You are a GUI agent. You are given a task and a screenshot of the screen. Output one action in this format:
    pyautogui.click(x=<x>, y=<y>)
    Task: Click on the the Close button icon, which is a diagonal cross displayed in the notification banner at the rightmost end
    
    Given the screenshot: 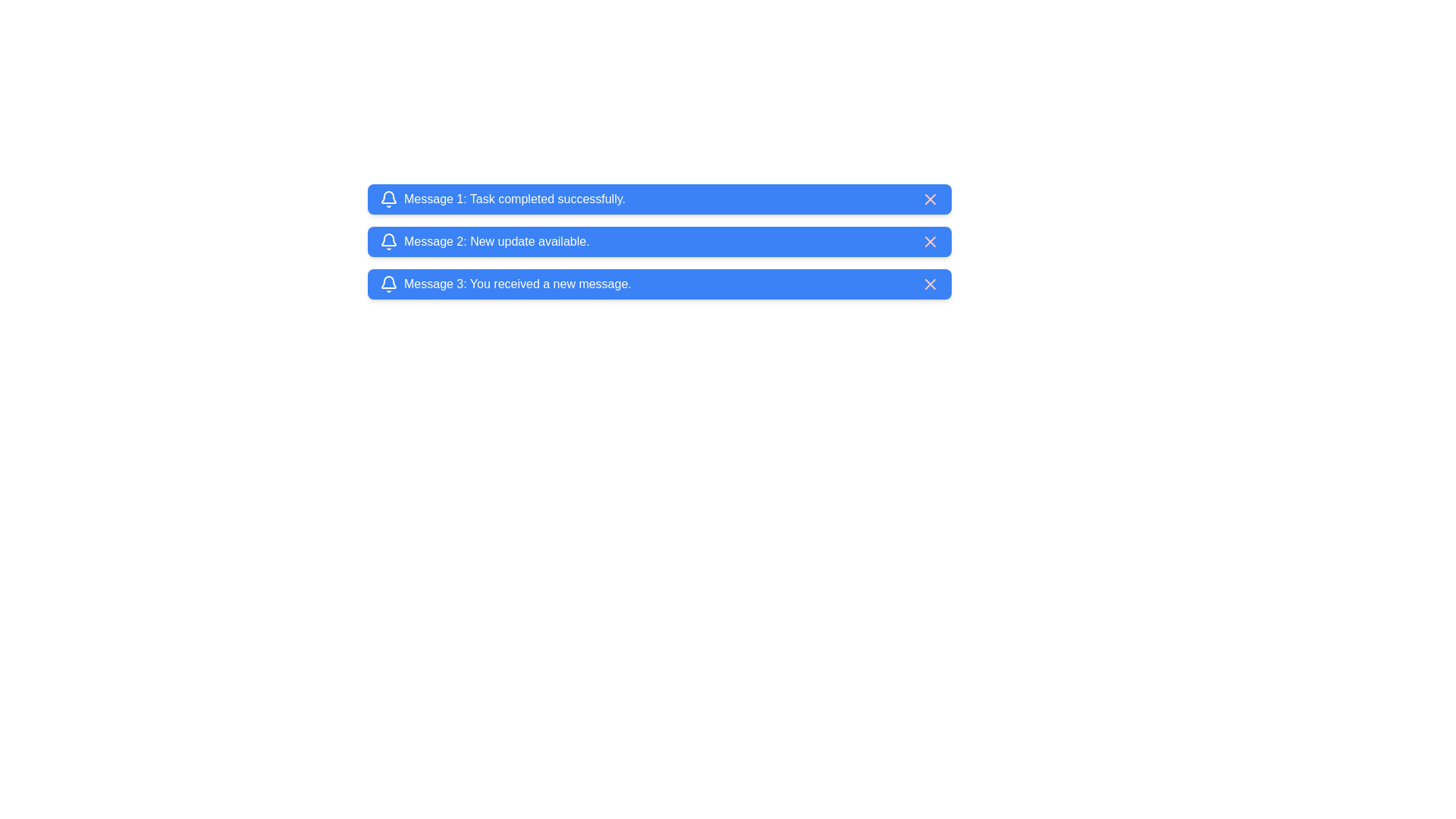 What is the action you would take?
    pyautogui.click(x=930, y=198)
    